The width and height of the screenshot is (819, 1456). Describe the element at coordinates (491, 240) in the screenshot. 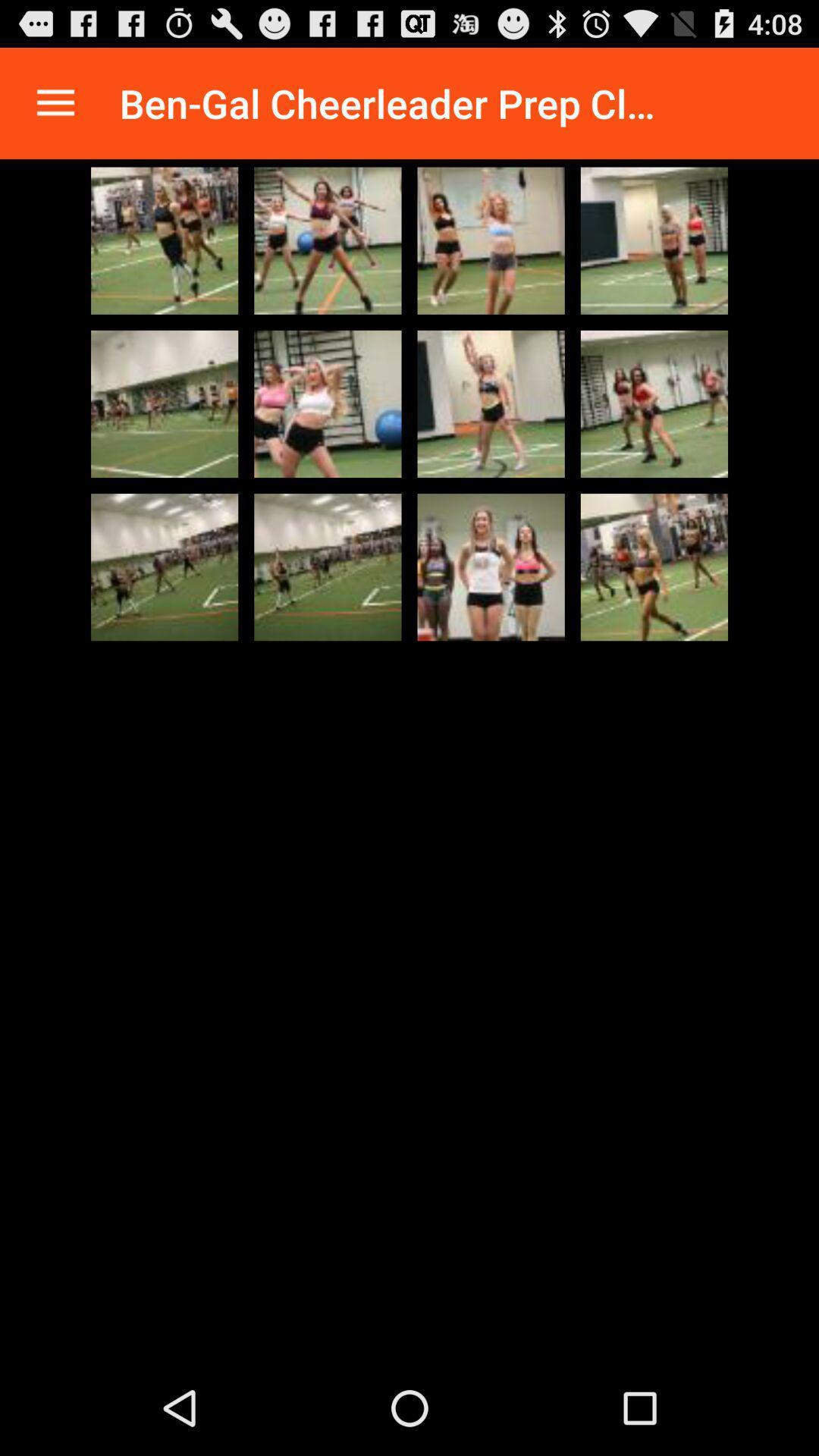

I see `picture` at that location.